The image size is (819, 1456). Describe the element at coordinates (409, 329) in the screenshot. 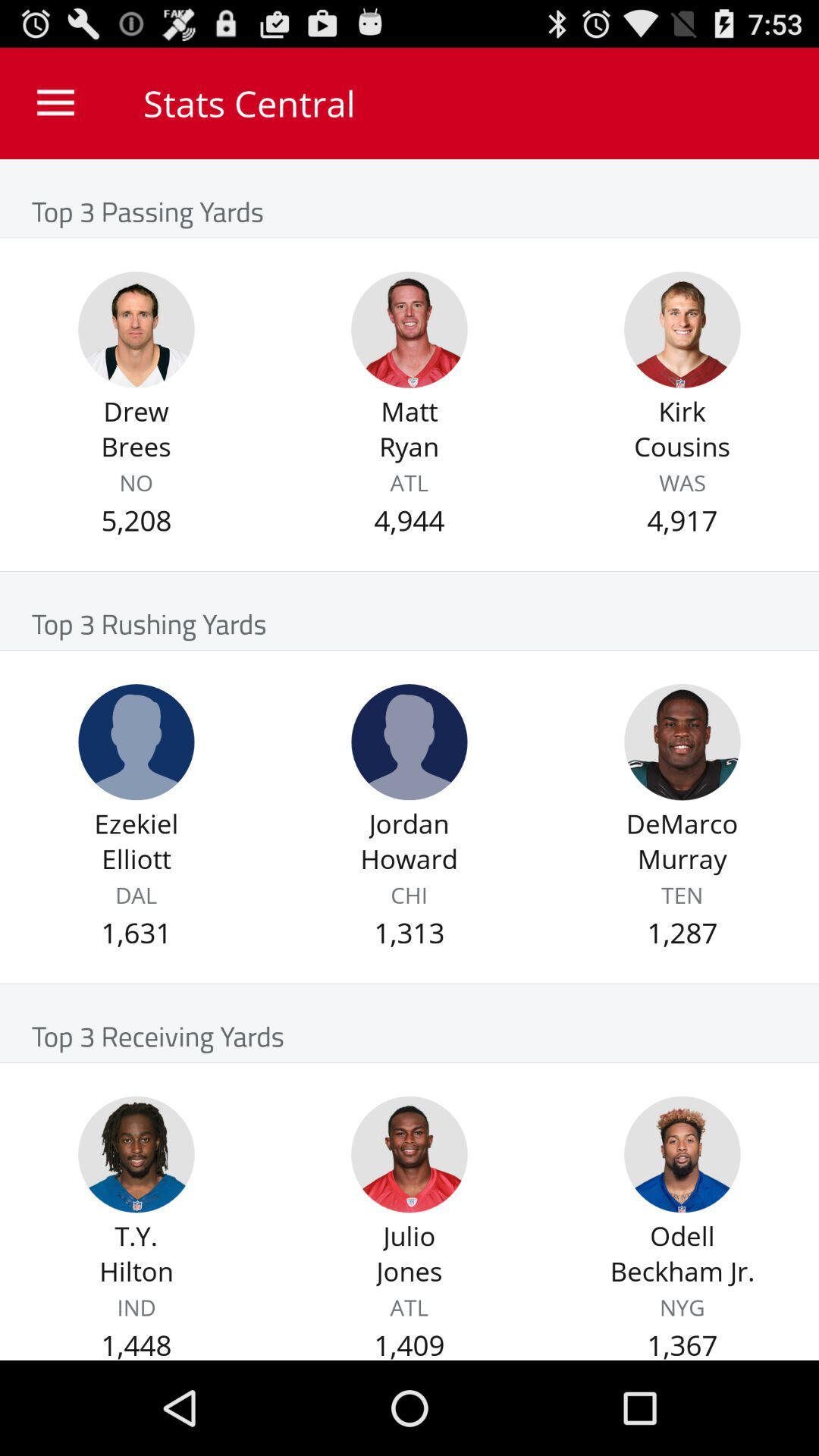

I see `see matt ryan stats` at that location.